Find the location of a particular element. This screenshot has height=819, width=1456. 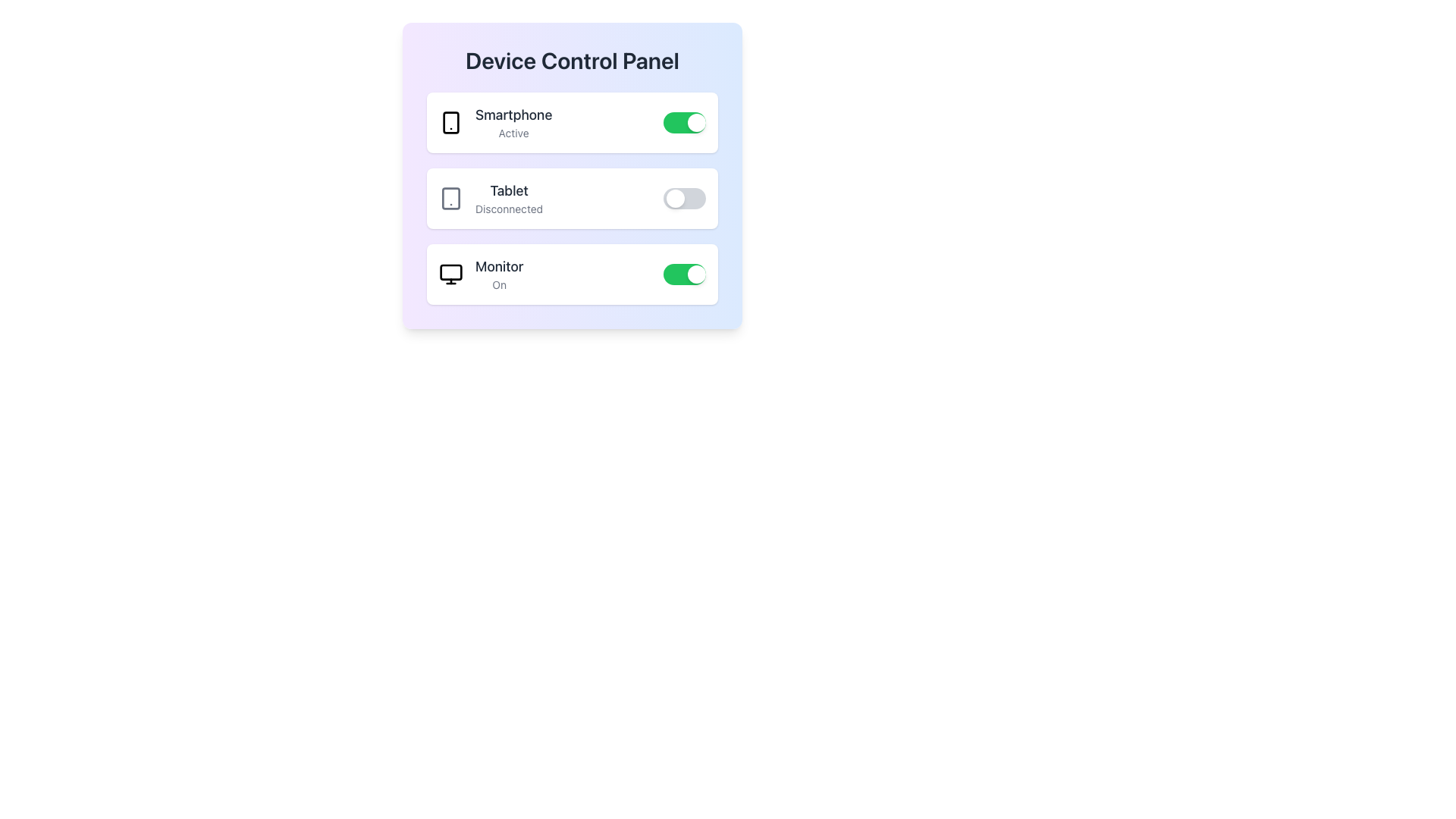

the status indicator text label for the 'Monitor' device located beneath the title 'Monitor' within the control panel is located at coordinates (499, 284).